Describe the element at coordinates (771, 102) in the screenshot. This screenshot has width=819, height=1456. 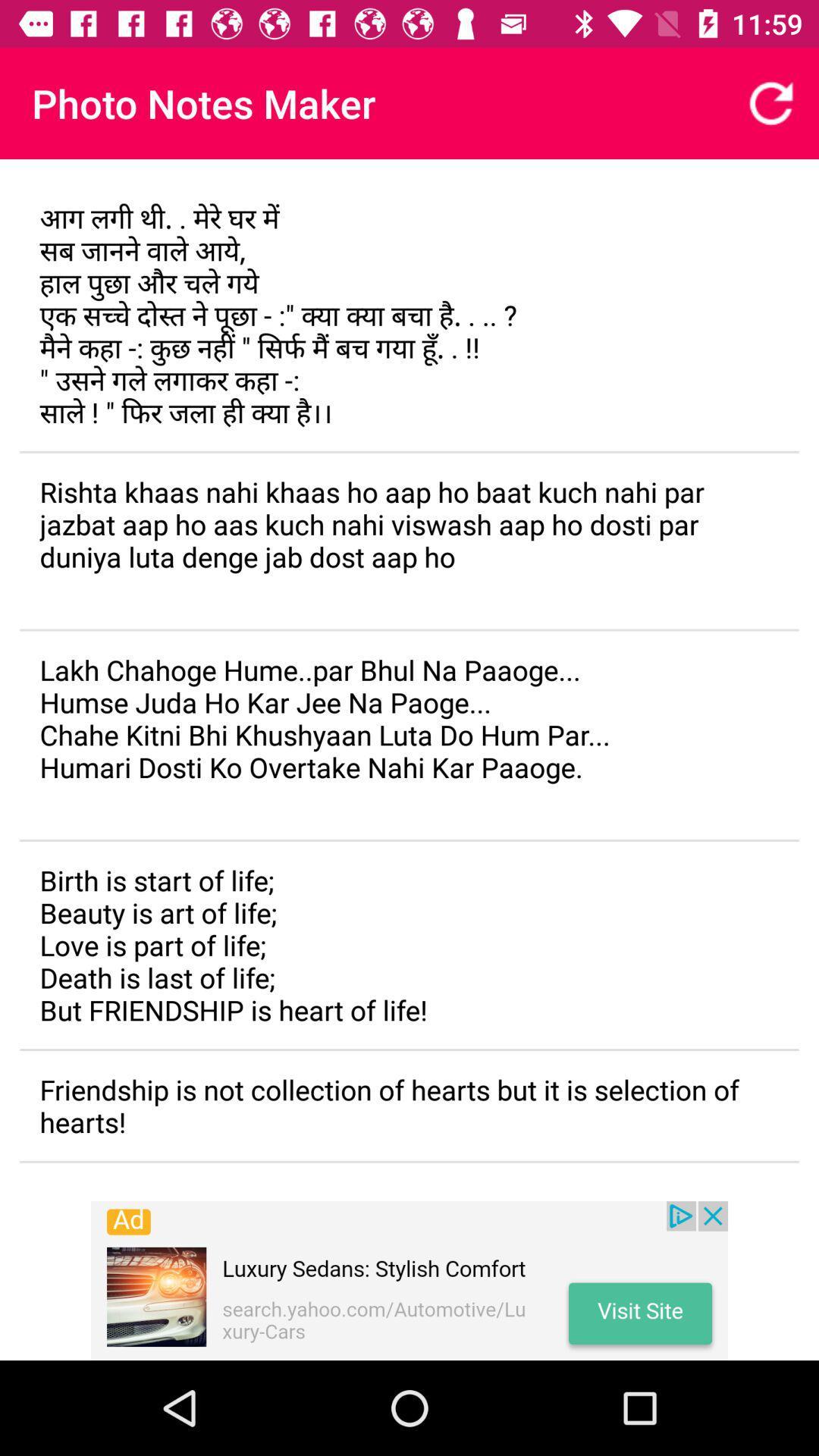
I see `refresh the page` at that location.